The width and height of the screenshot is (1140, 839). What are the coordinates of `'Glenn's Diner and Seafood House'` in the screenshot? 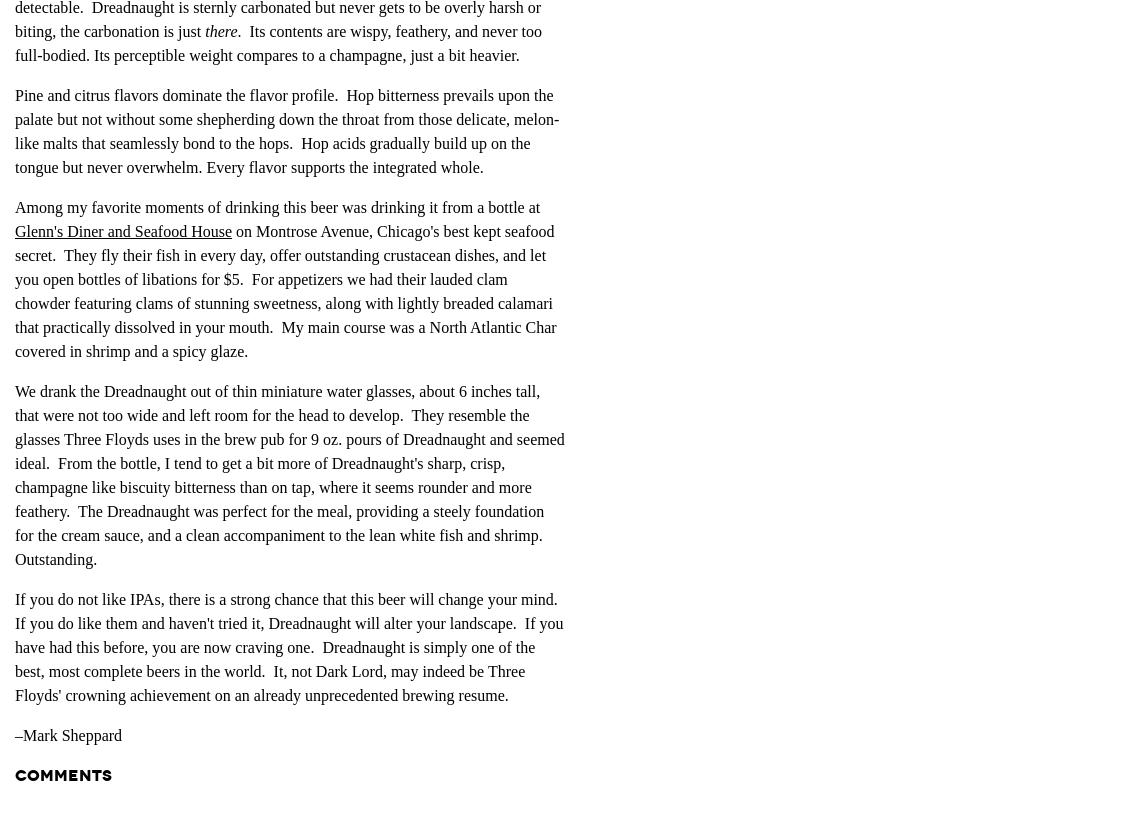 It's located at (15, 230).